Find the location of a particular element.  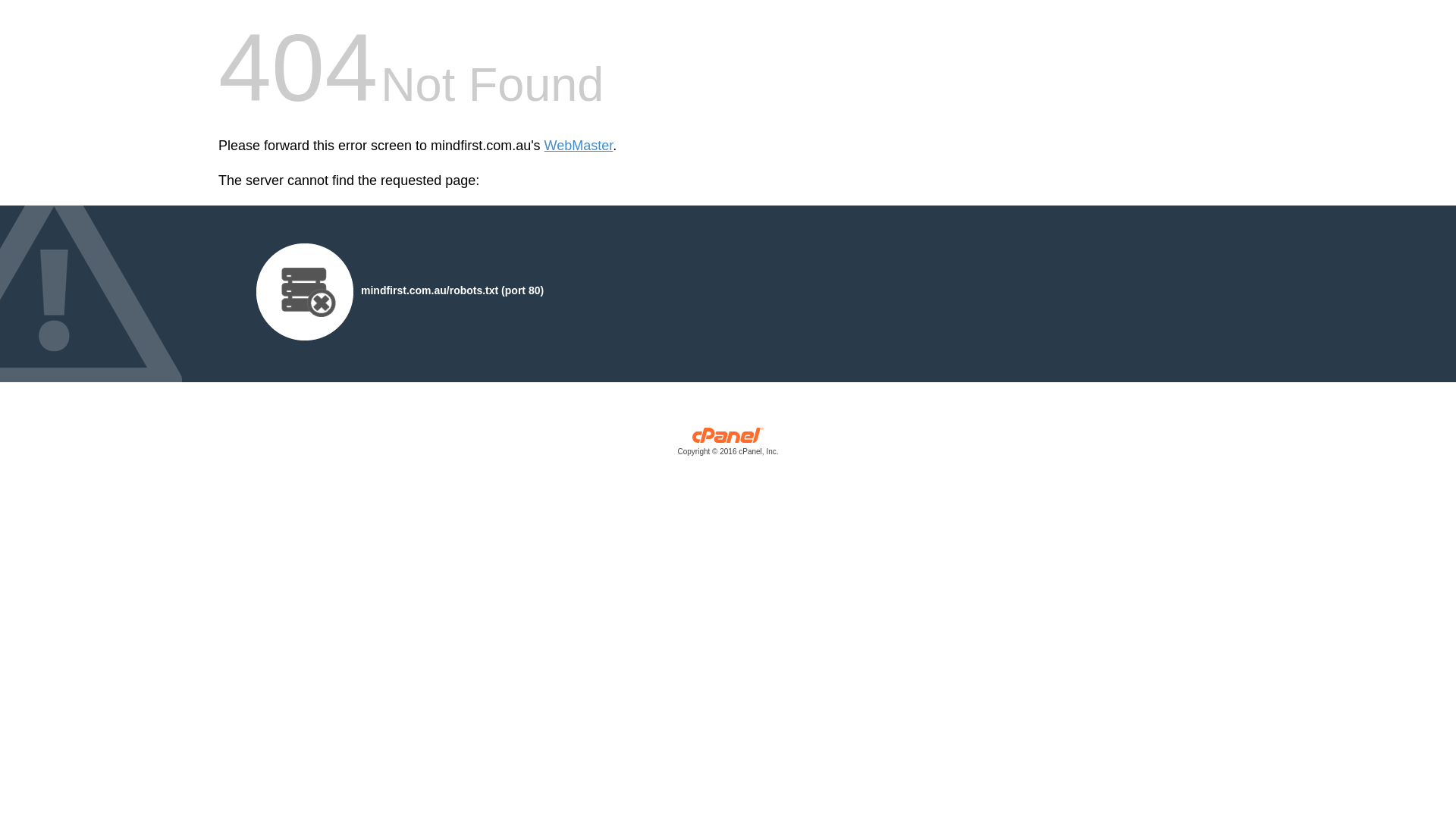

'WebMaster' is located at coordinates (578, 146).